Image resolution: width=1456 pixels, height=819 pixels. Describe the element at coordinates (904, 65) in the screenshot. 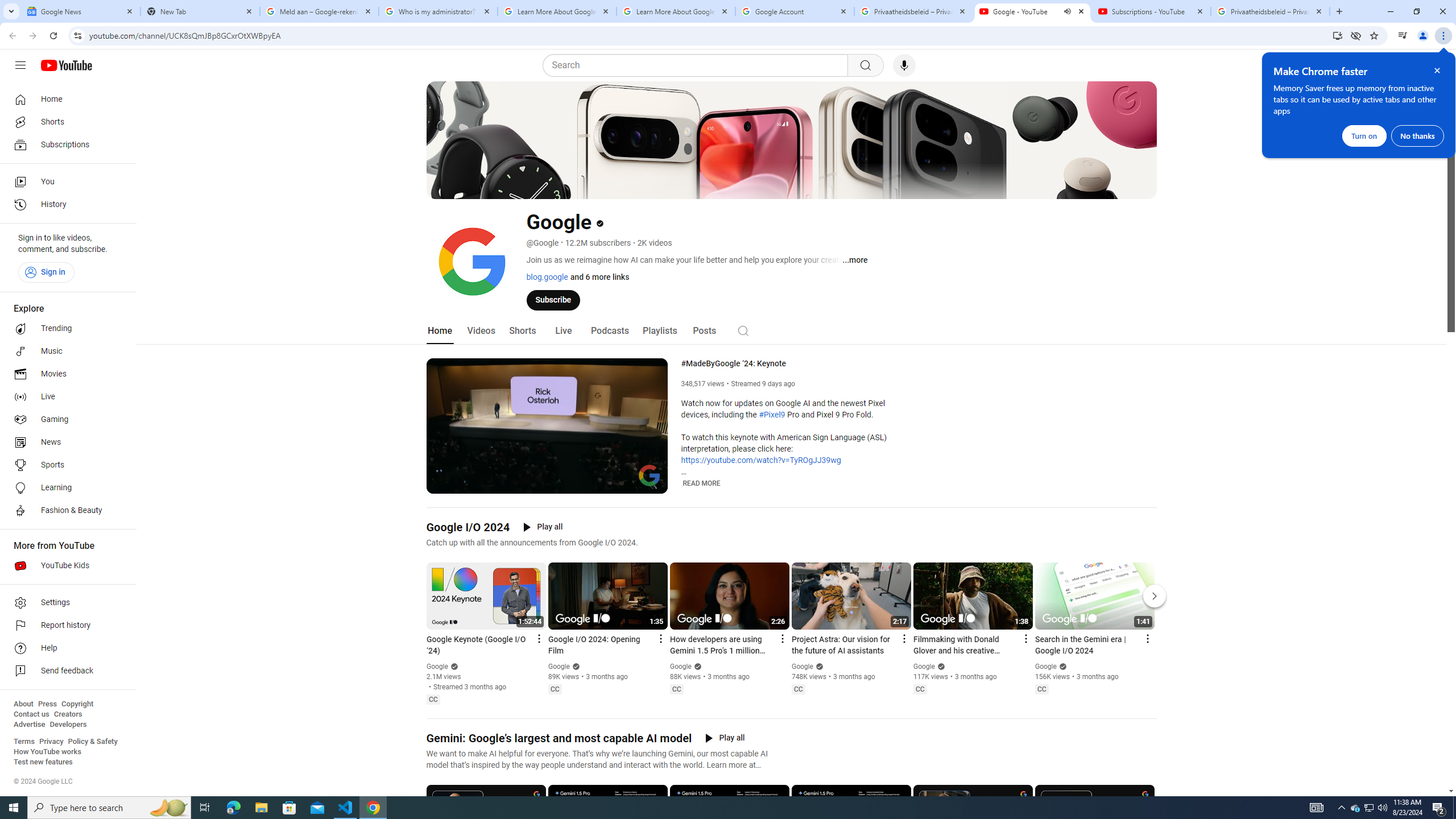

I see `'Search with your voice'` at that location.